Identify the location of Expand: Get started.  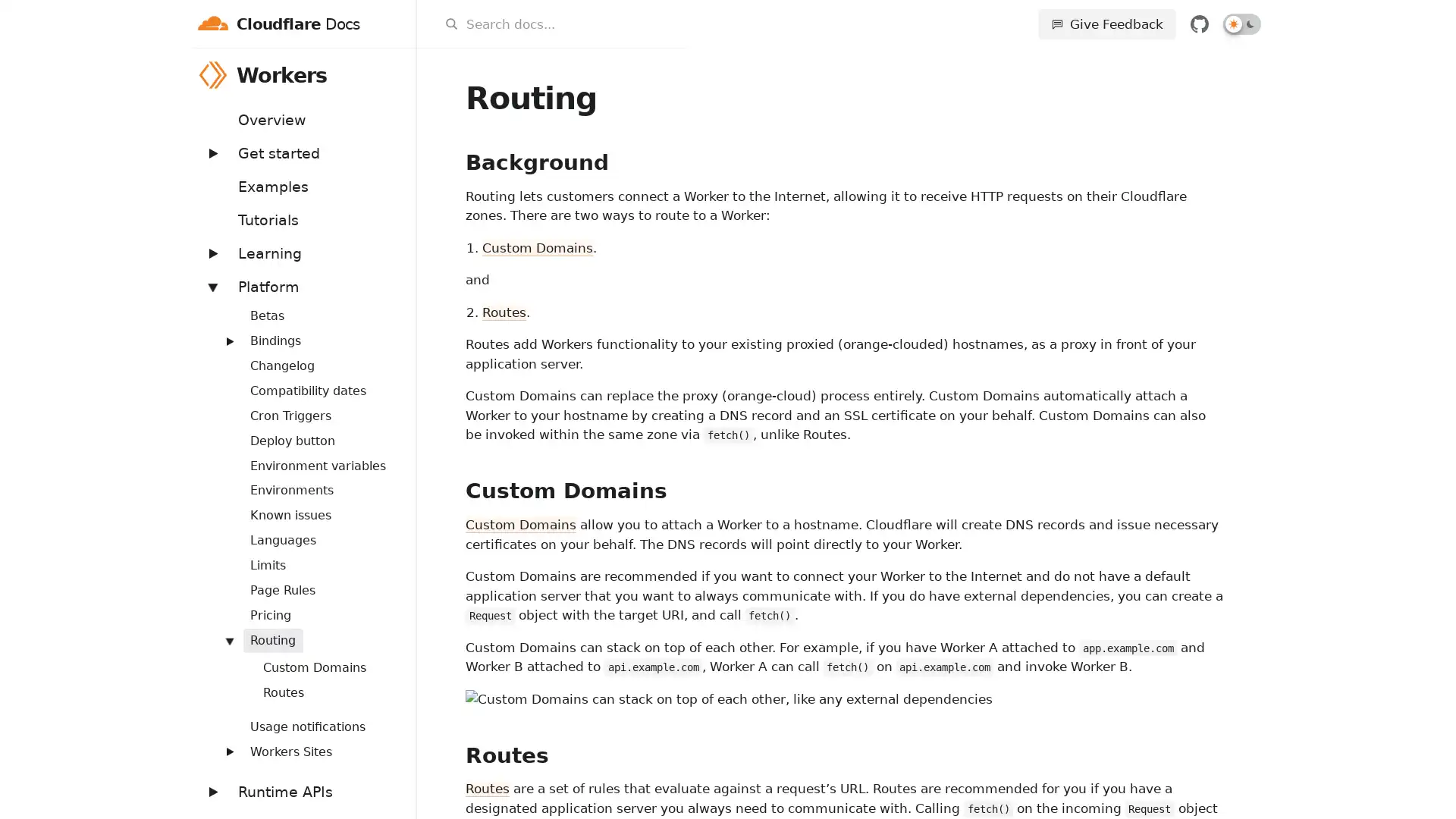
(211, 152).